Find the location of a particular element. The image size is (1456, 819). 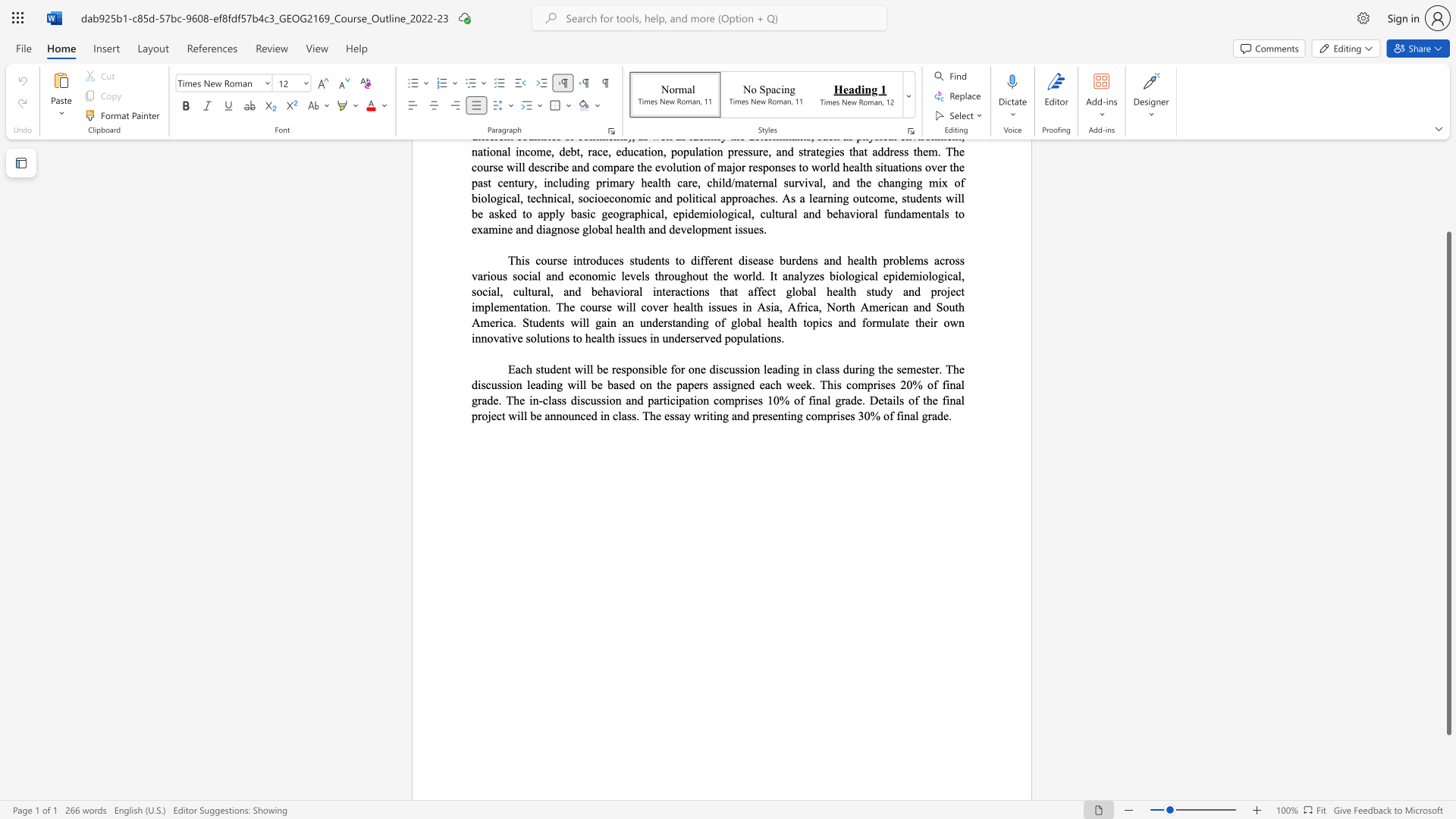

the scrollbar and move up 120 pixels is located at coordinates (1448, 483).